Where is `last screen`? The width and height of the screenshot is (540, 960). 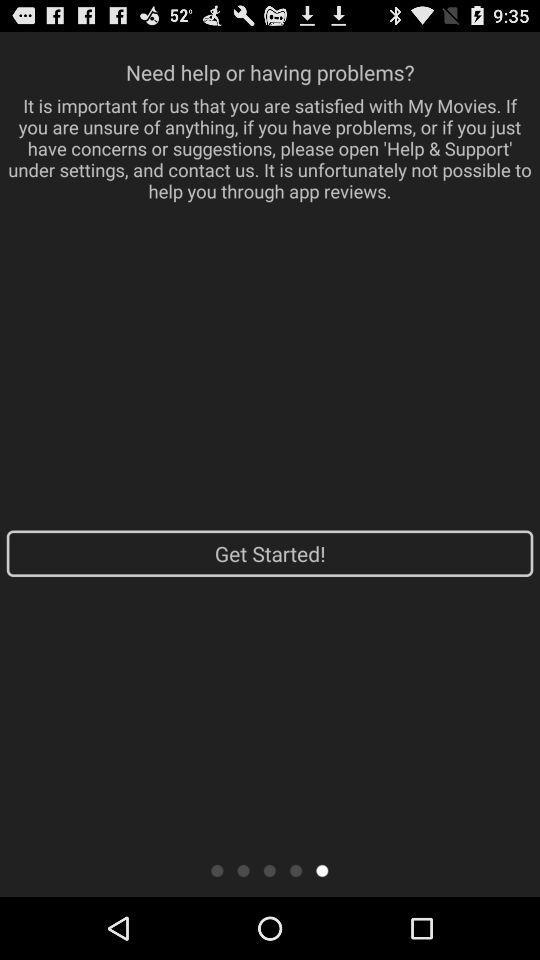
last screen is located at coordinates (322, 869).